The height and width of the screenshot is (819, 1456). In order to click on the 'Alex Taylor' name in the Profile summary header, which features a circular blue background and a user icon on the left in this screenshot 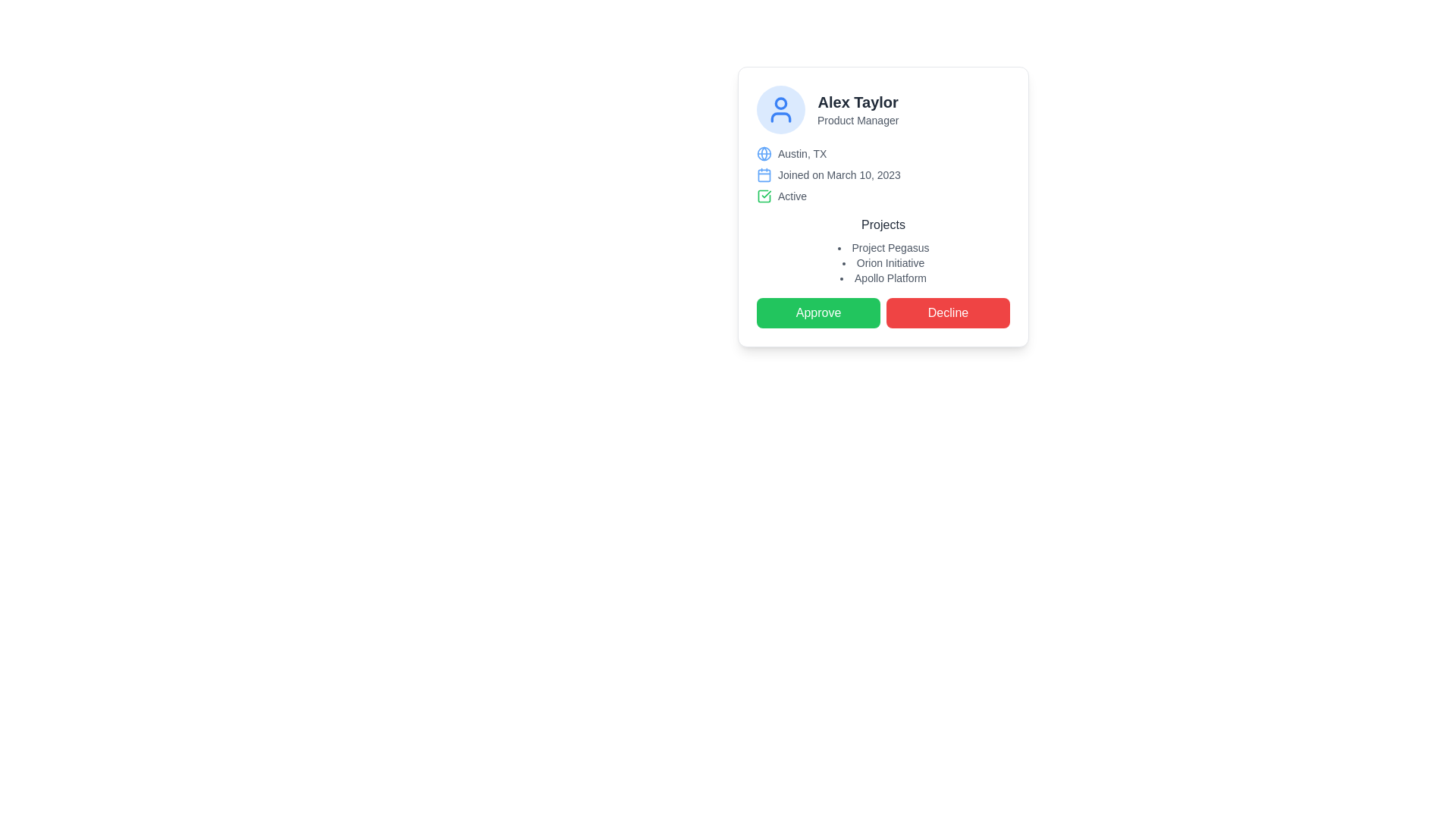, I will do `click(883, 109)`.